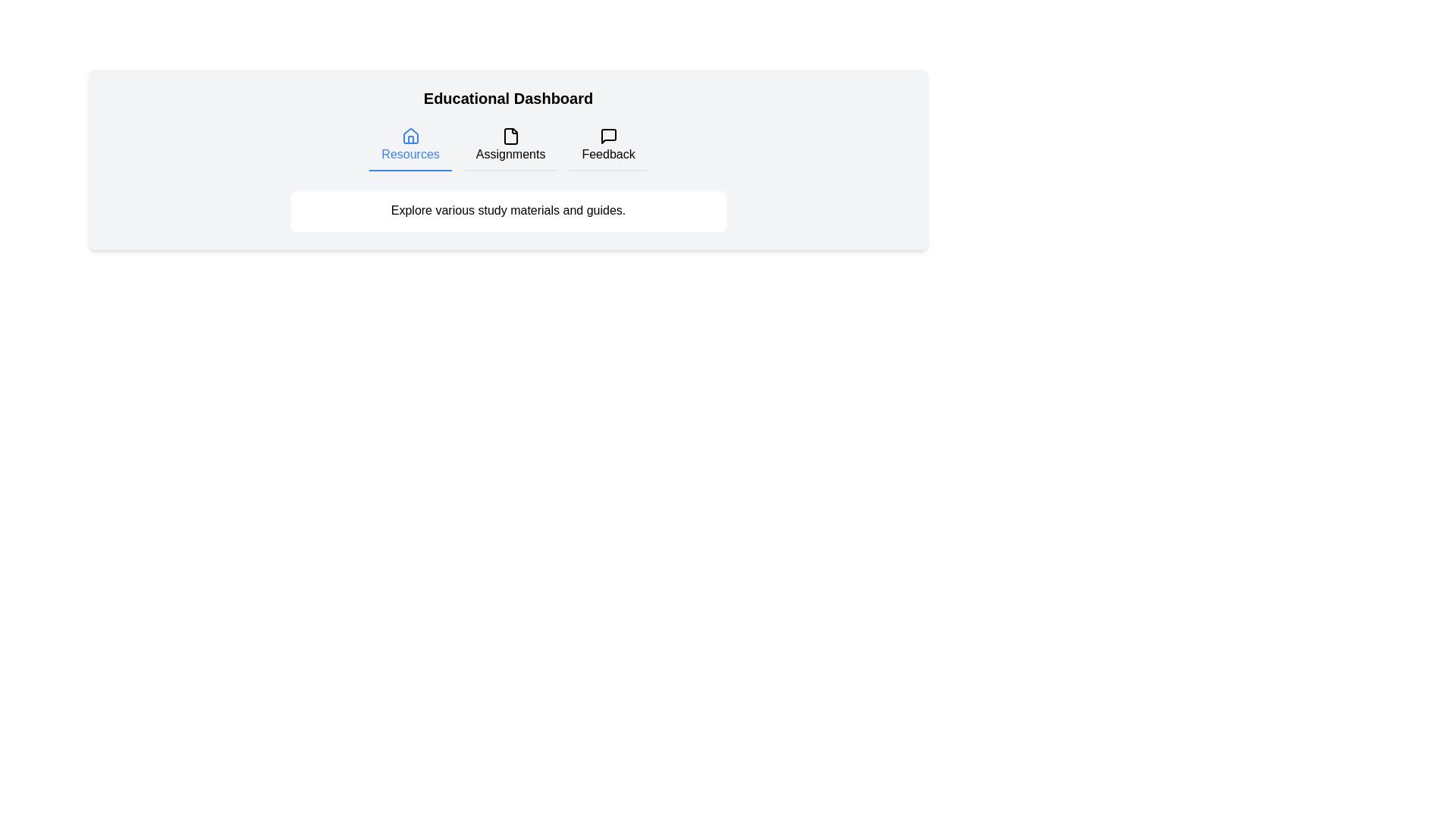  Describe the element at coordinates (608, 136) in the screenshot. I see `the speech bubble icon located at the far right side of the top navigation area, next to the 'Feedback' label, to interact with it` at that location.